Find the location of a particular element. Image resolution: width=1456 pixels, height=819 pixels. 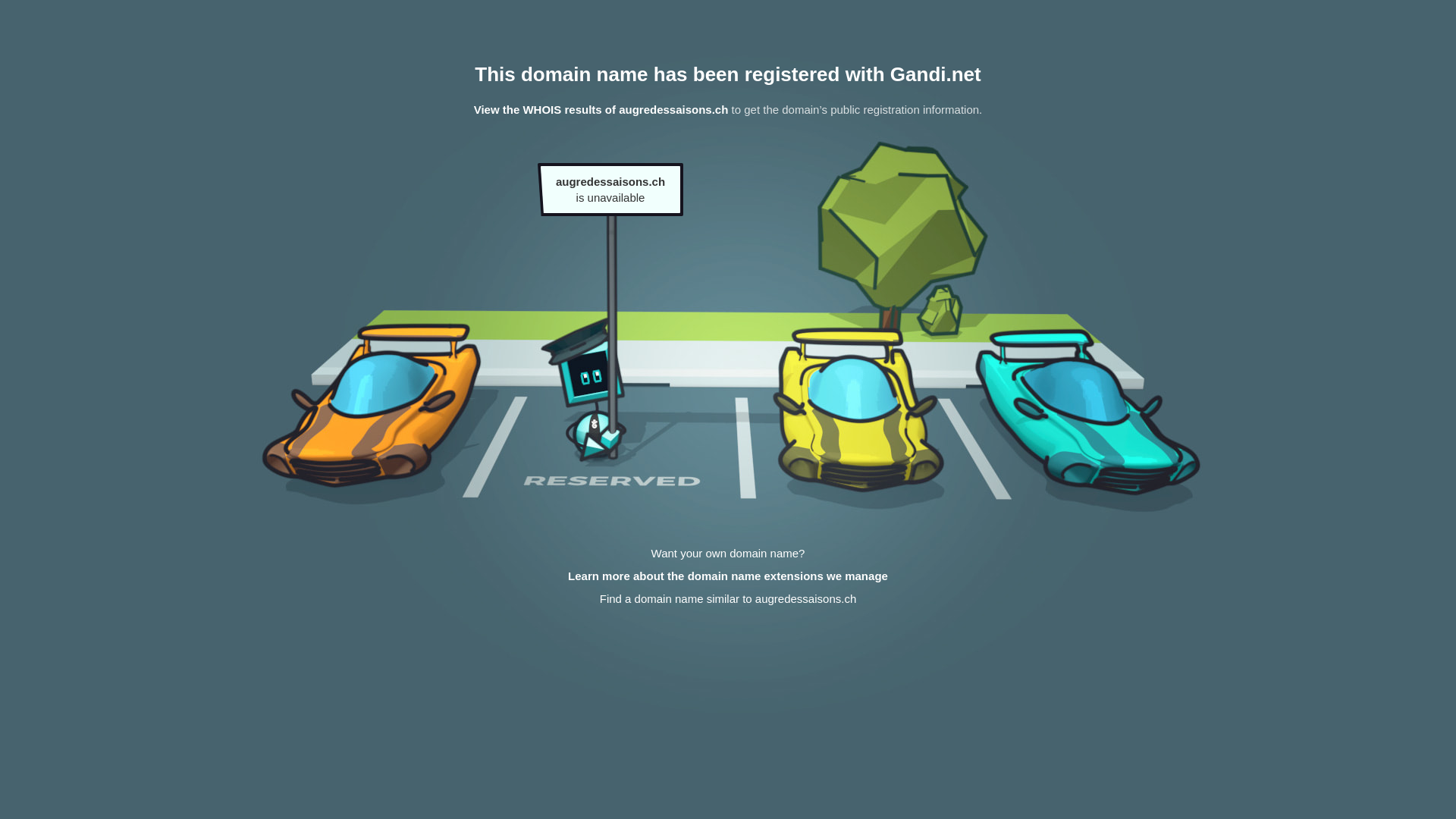

'View the WHOIS results of augredessaisons.ch' is located at coordinates (600, 108).